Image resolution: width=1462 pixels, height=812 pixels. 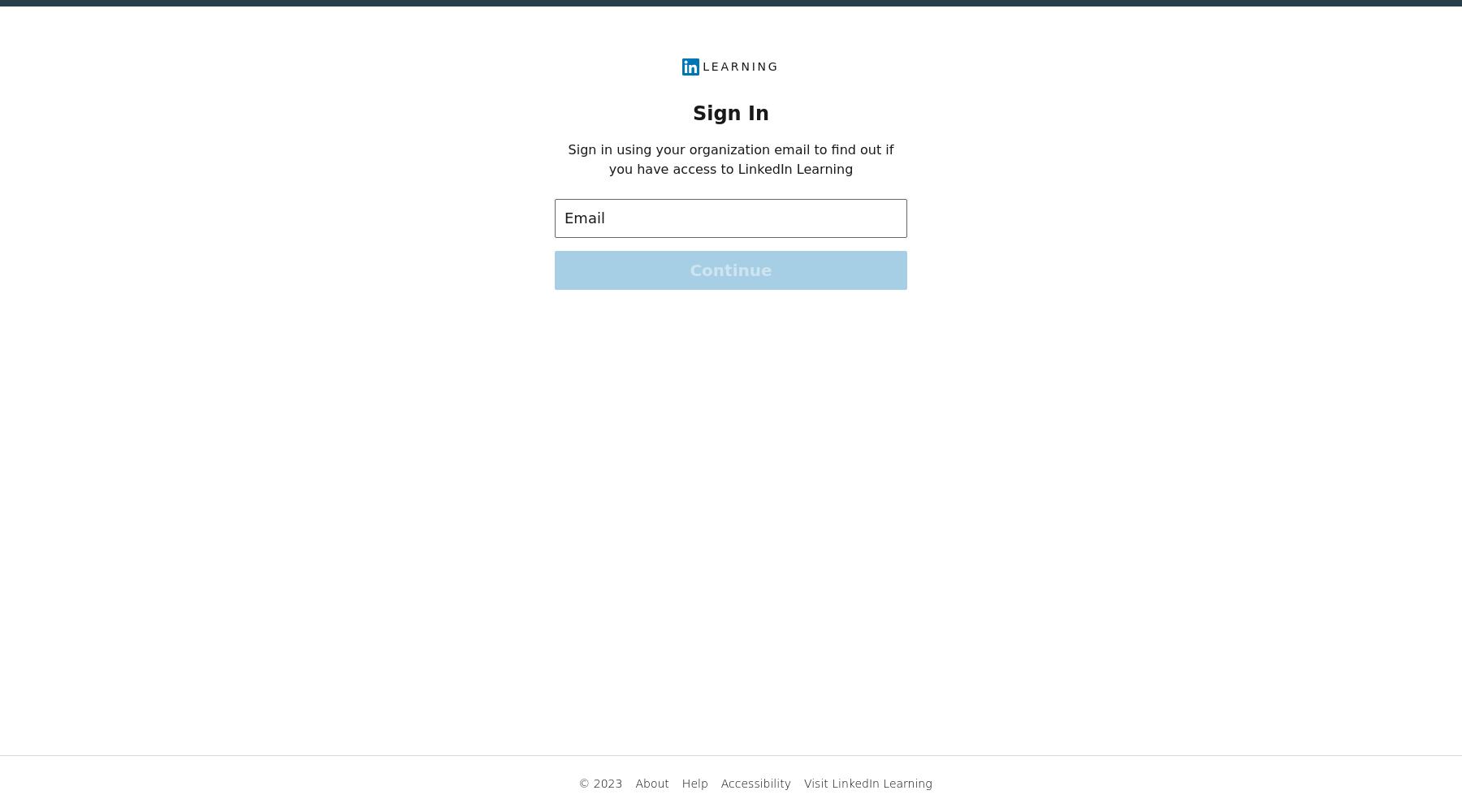 I want to click on 'LEARNING', so click(x=740, y=66).